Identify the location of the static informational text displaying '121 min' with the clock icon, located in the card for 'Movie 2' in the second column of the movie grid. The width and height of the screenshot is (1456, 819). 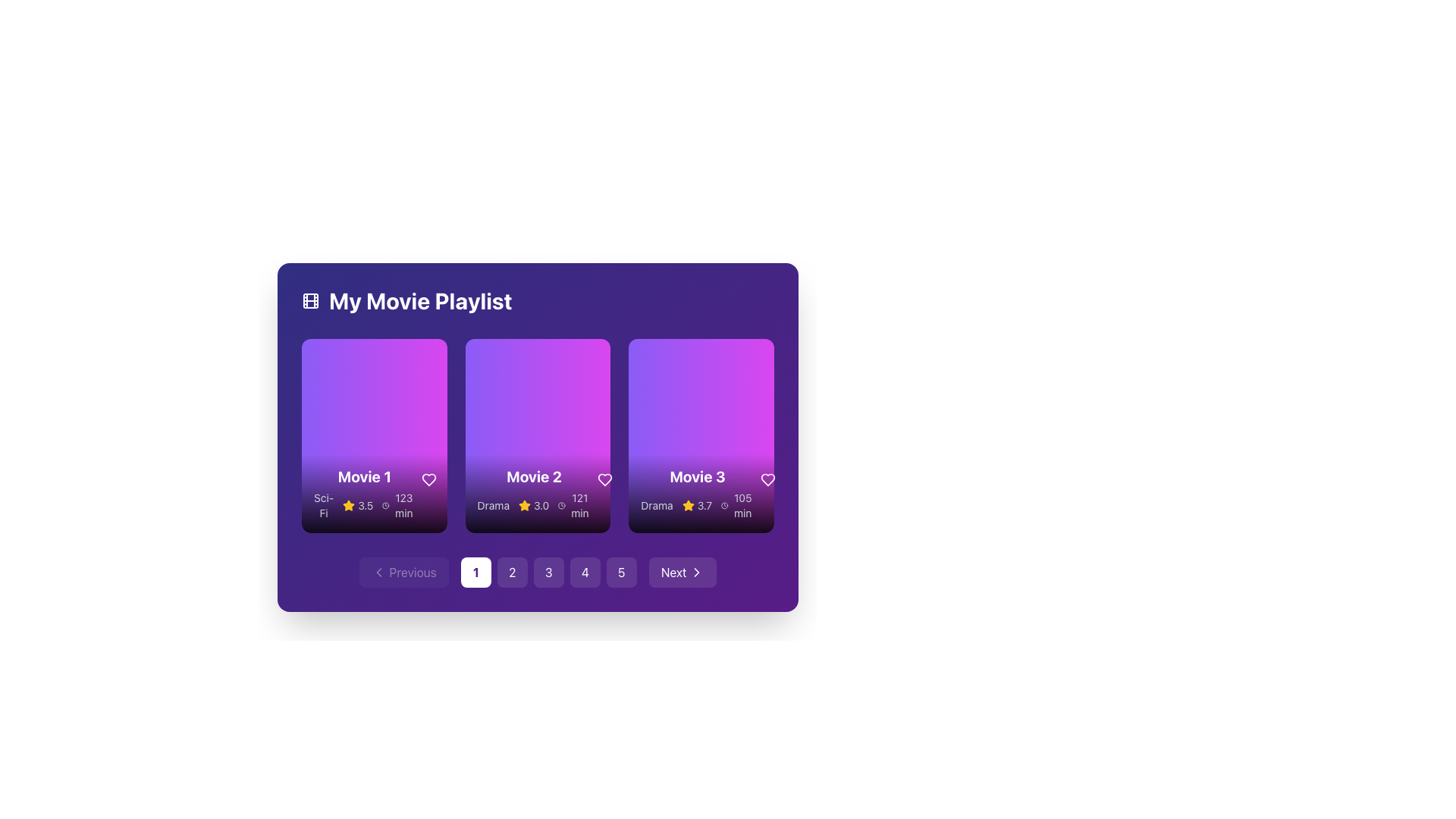
(574, 506).